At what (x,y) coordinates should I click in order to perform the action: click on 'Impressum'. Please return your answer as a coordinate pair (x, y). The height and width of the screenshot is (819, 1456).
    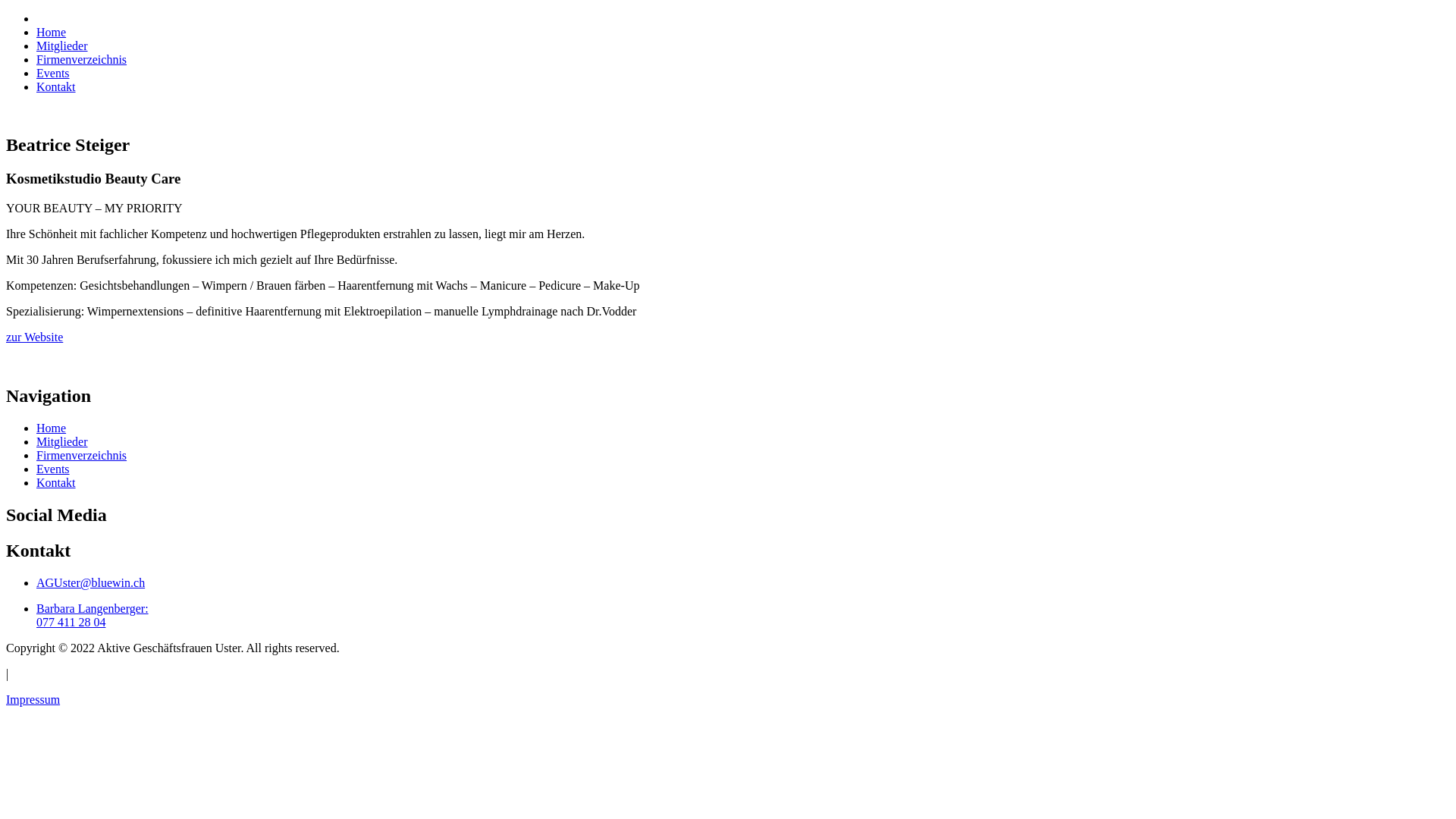
    Looking at the image, I should click on (33, 699).